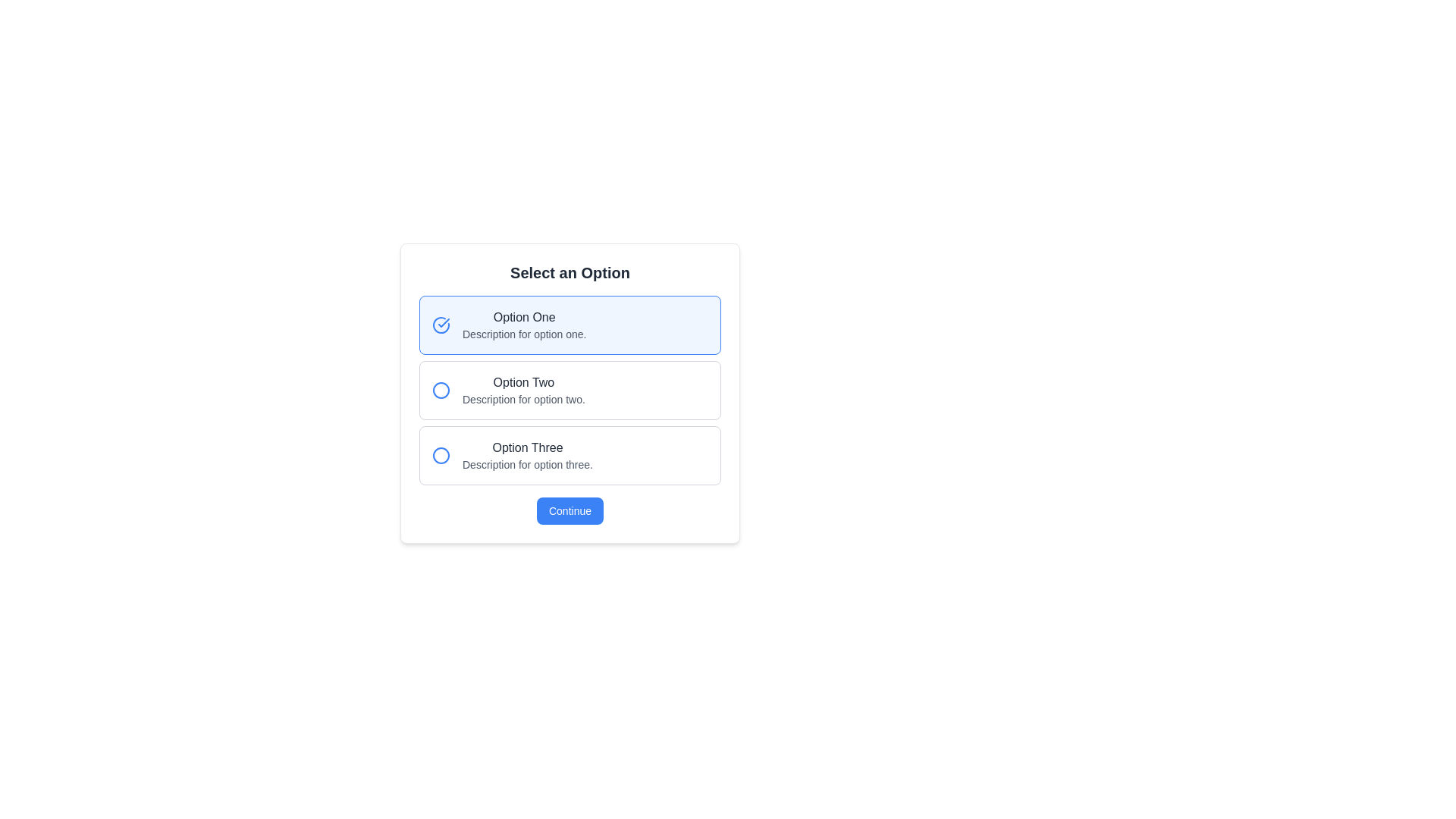 The image size is (1456, 819). Describe the element at coordinates (440, 455) in the screenshot. I see `the blue circular icon located to the left of the text 'Option Three' in the third row of selectable options` at that location.